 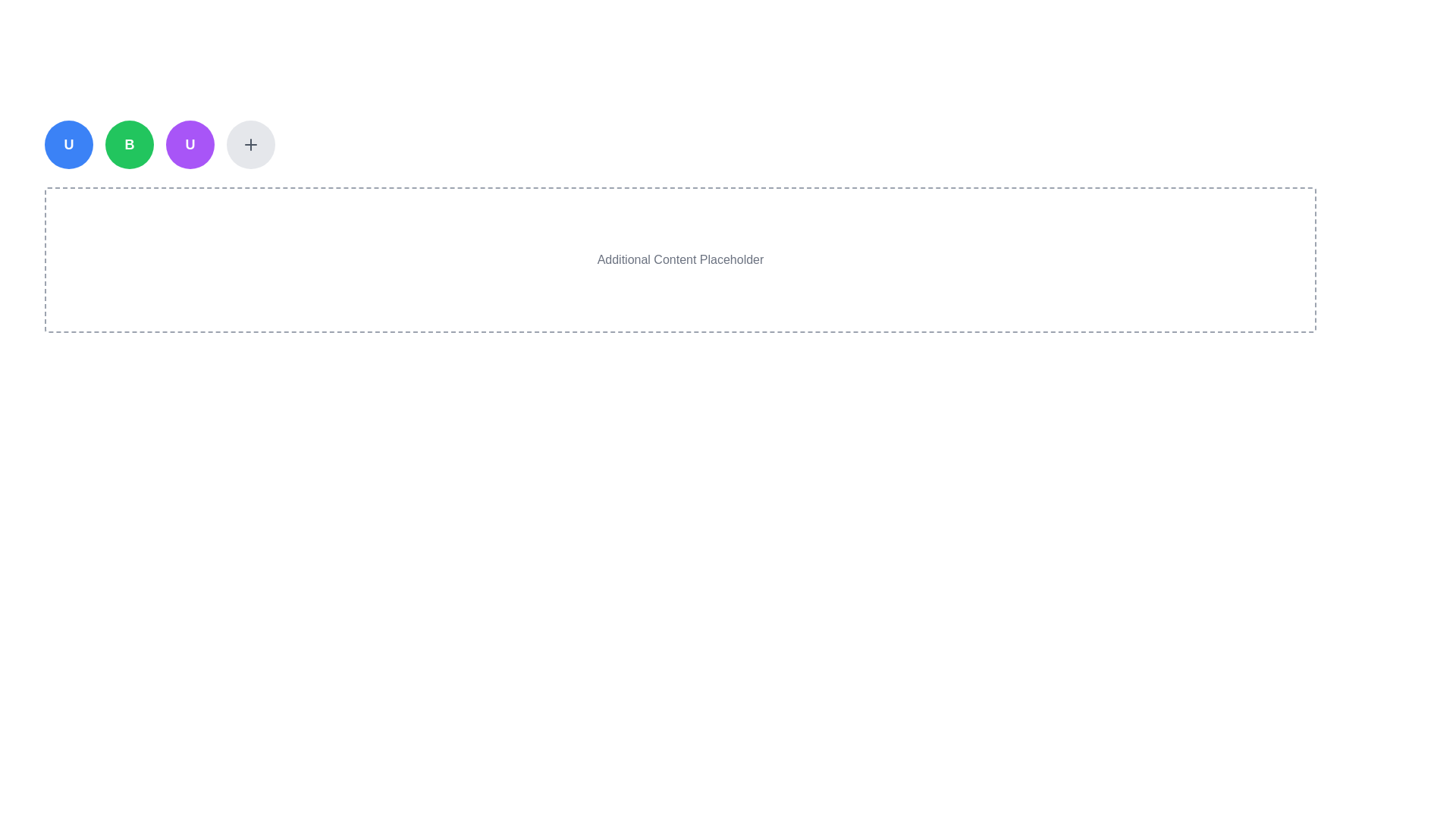 What do you see at coordinates (130, 145) in the screenshot?
I see `the Avatar Indicator for 'BBaki Ani', which is the second circular icon in a row, positioned between a blue icon with 'U' and a purple icon with 'U'` at bounding box center [130, 145].